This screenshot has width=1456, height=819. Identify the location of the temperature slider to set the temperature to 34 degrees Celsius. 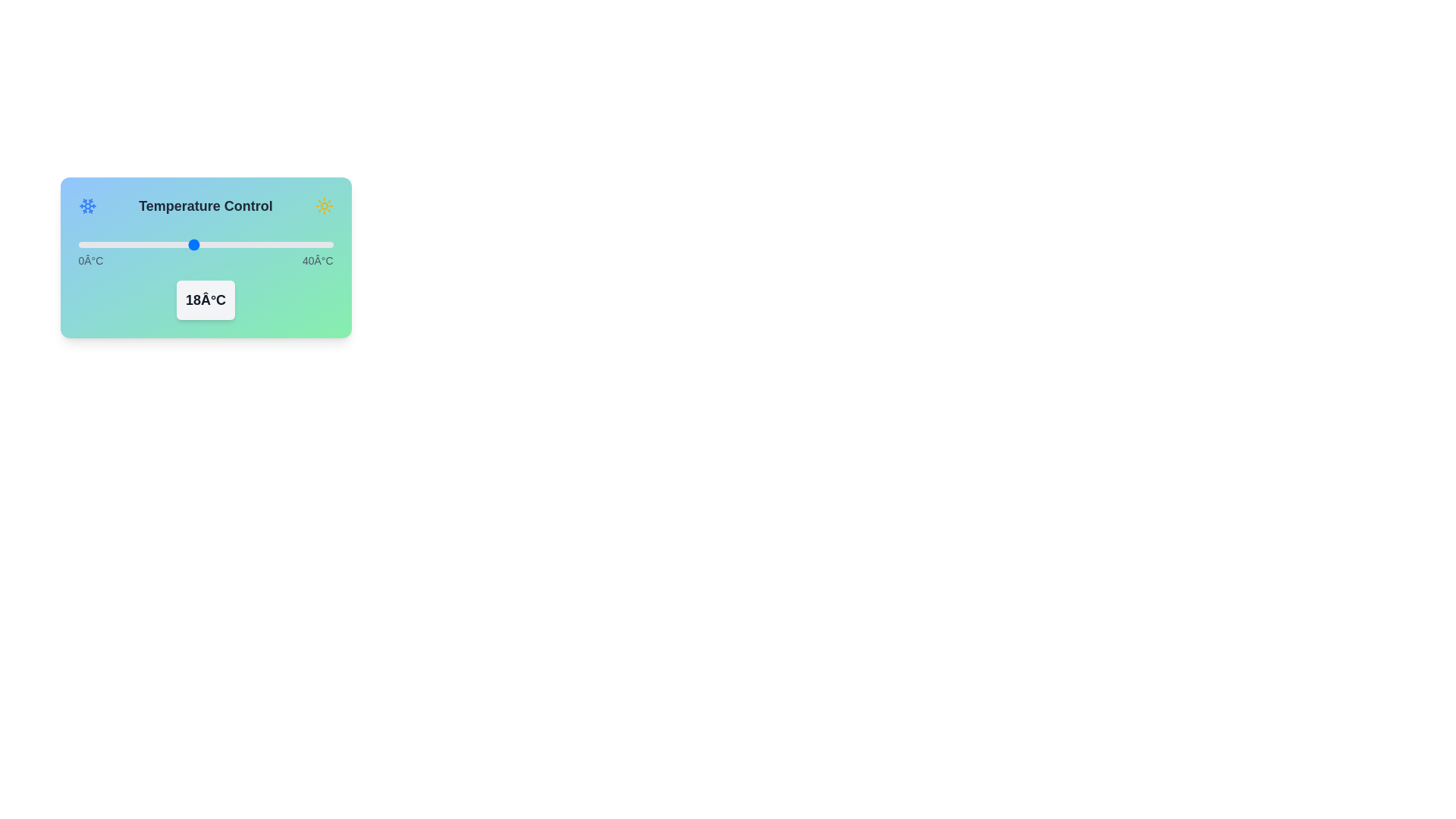
(295, 244).